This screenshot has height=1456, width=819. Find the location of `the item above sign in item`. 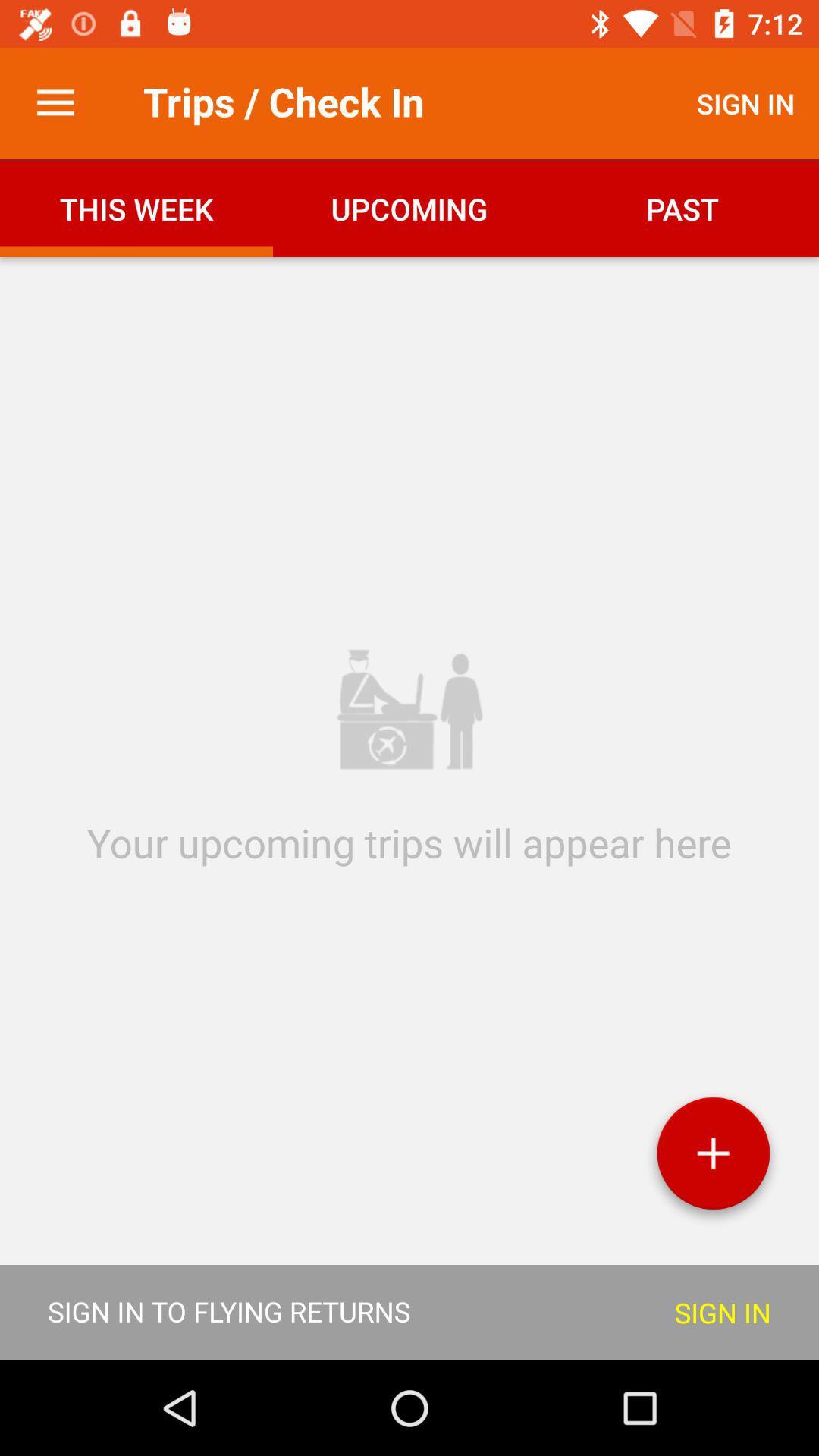

the item above sign in item is located at coordinates (713, 1158).